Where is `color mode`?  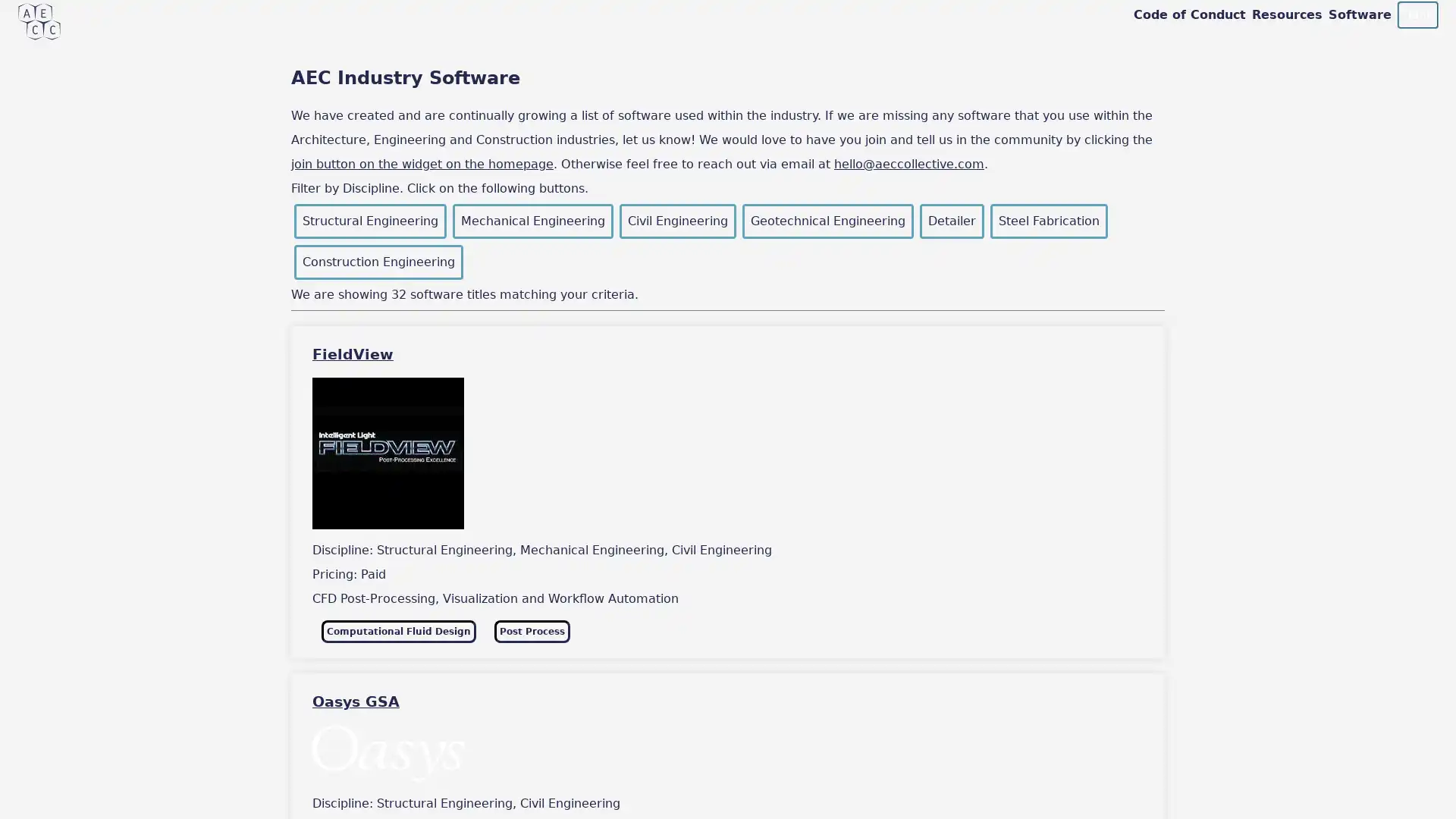 color mode is located at coordinates (1416, 14).